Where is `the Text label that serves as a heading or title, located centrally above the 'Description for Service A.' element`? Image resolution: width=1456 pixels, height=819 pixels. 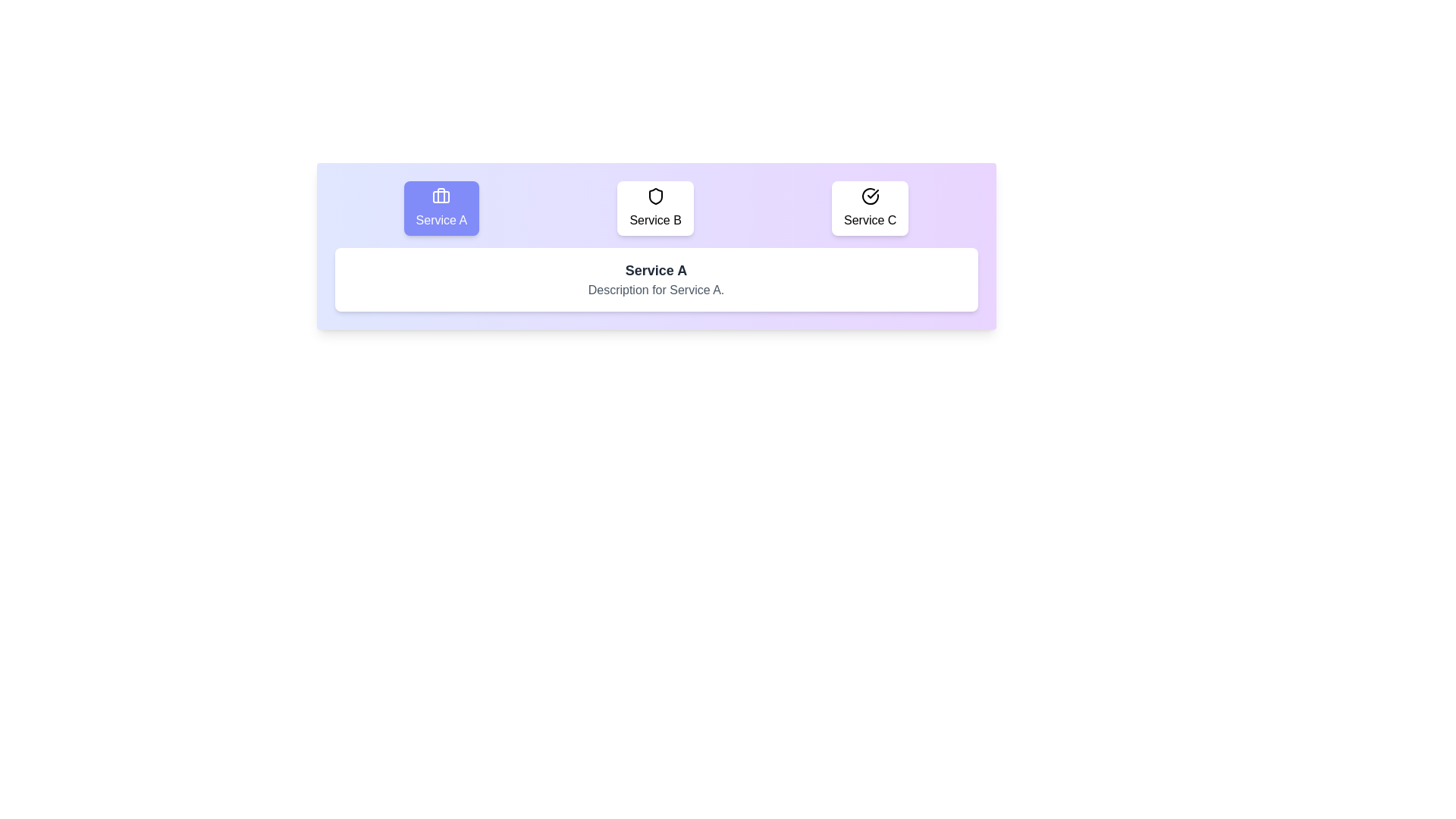
the Text label that serves as a heading or title, located centrally above the 'Description for Service A.' element is located at coordinates (656, 270).